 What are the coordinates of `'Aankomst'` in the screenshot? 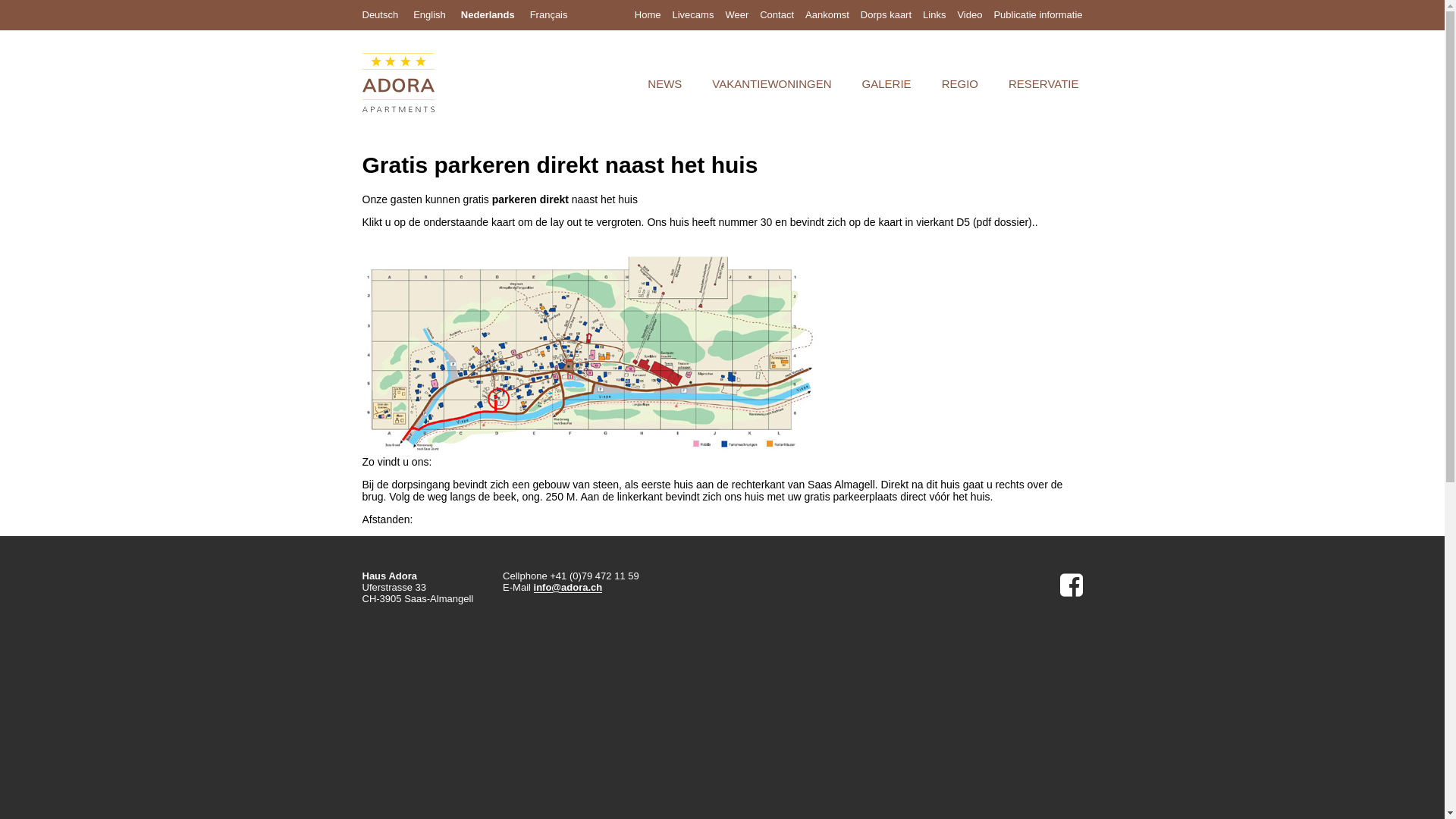 It's located at (826, 14).